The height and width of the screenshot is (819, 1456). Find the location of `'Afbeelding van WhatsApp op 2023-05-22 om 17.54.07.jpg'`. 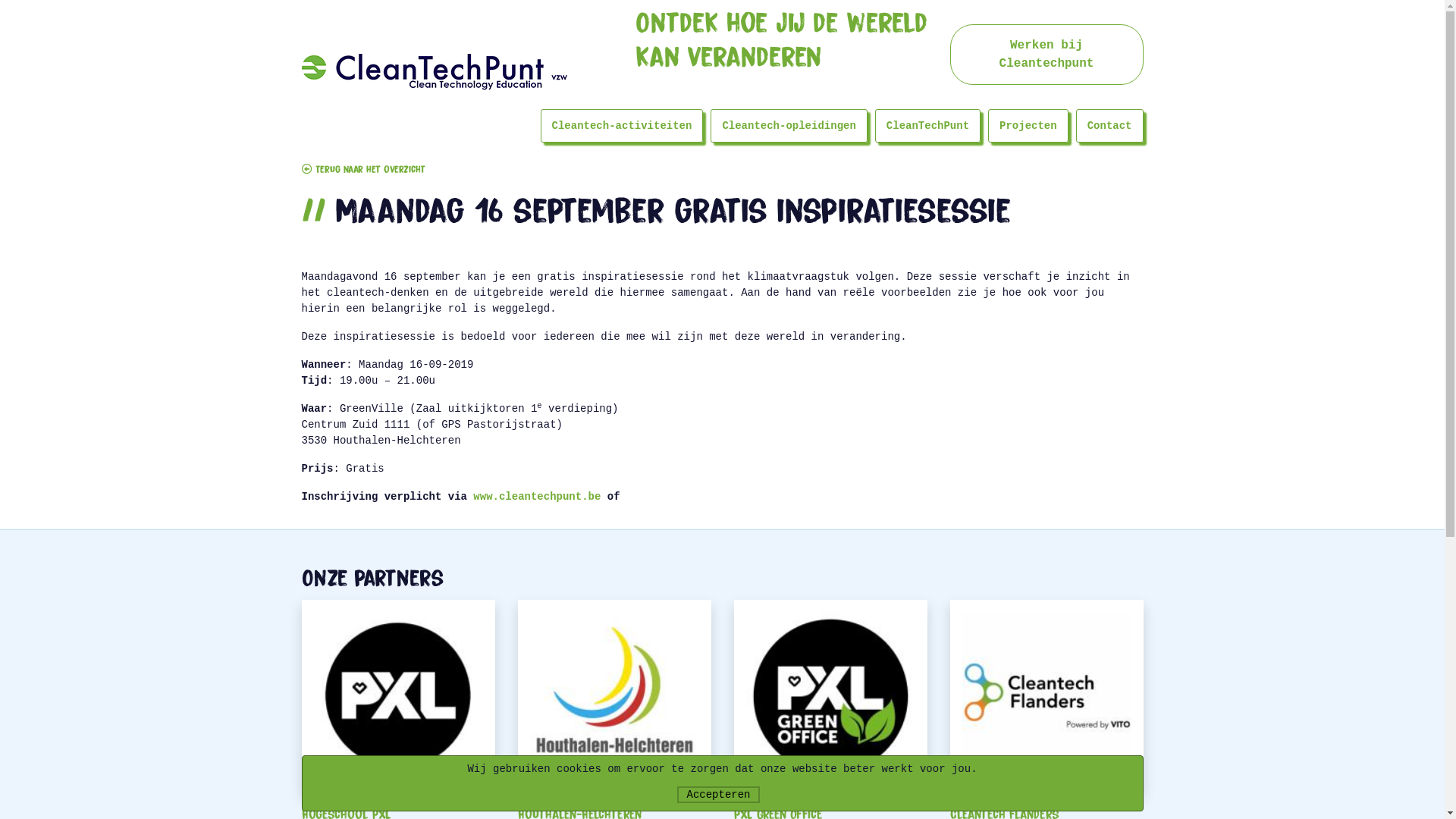

'Afbeelding van WhatsApp op 2023-05-22 om 17.54.07.jpg' is located at coordinates (734, 696).